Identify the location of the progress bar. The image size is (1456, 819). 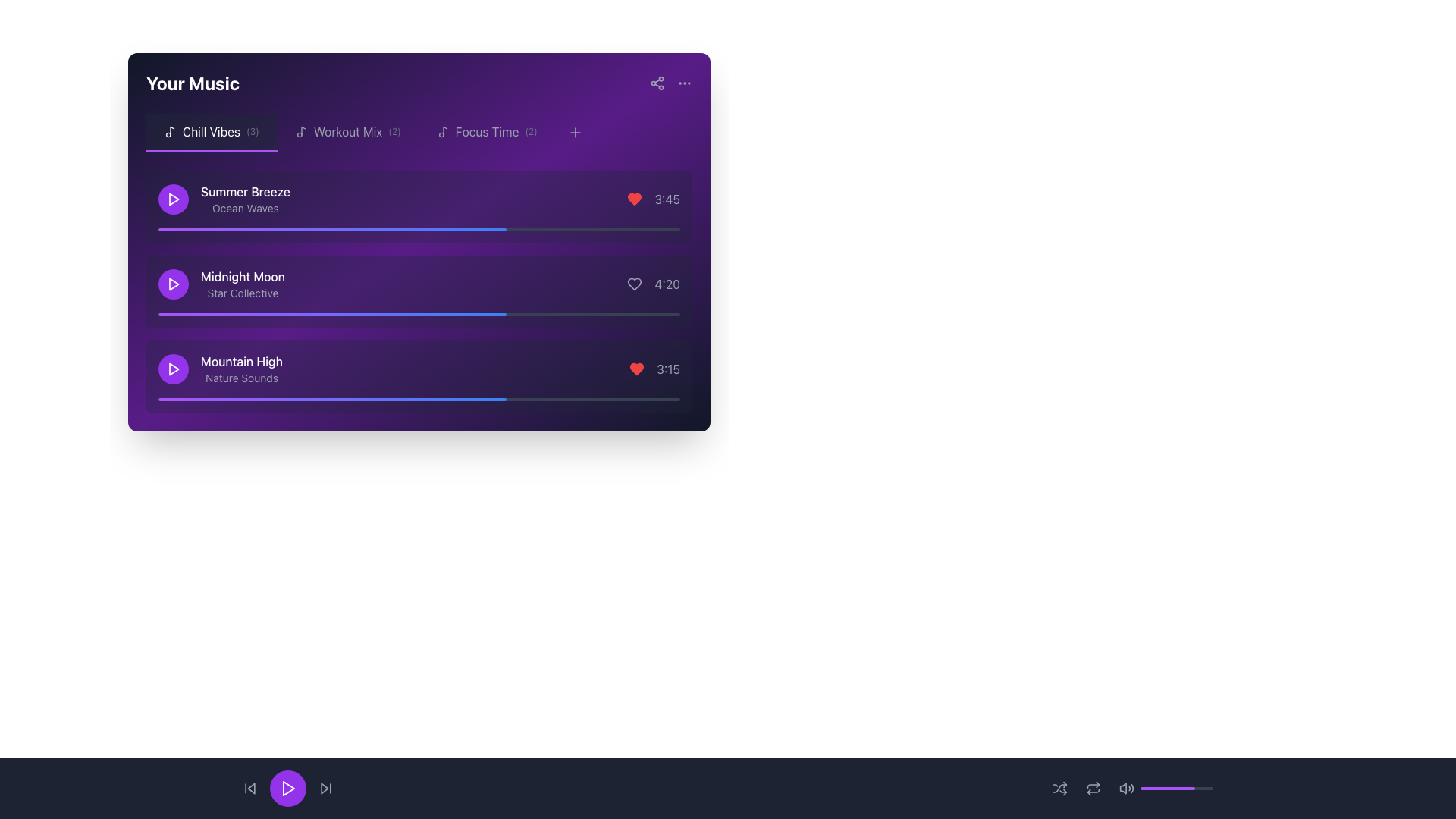
(284, 314).